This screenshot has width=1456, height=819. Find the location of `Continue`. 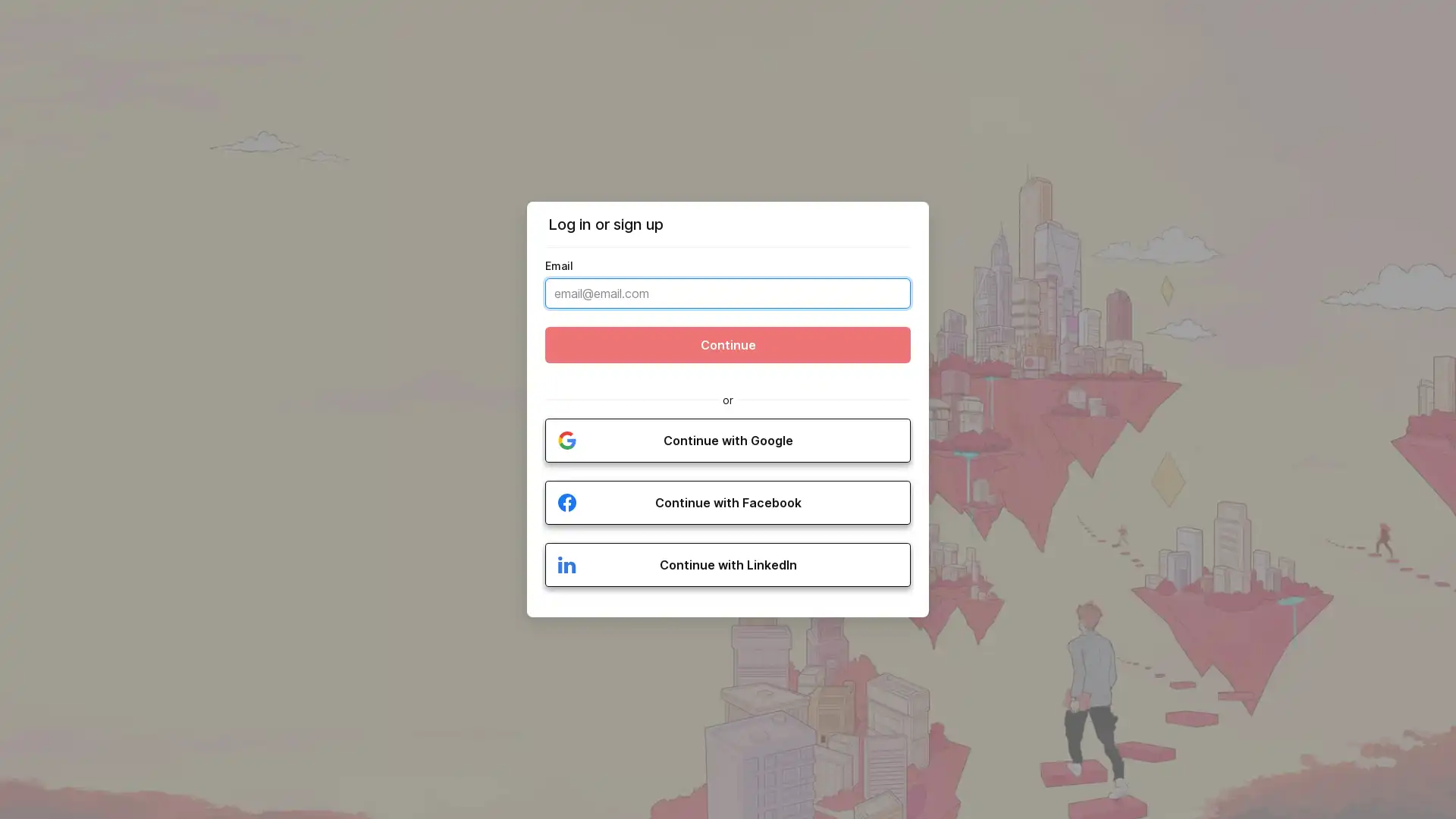

Continue is located at coordinates (728, 345).